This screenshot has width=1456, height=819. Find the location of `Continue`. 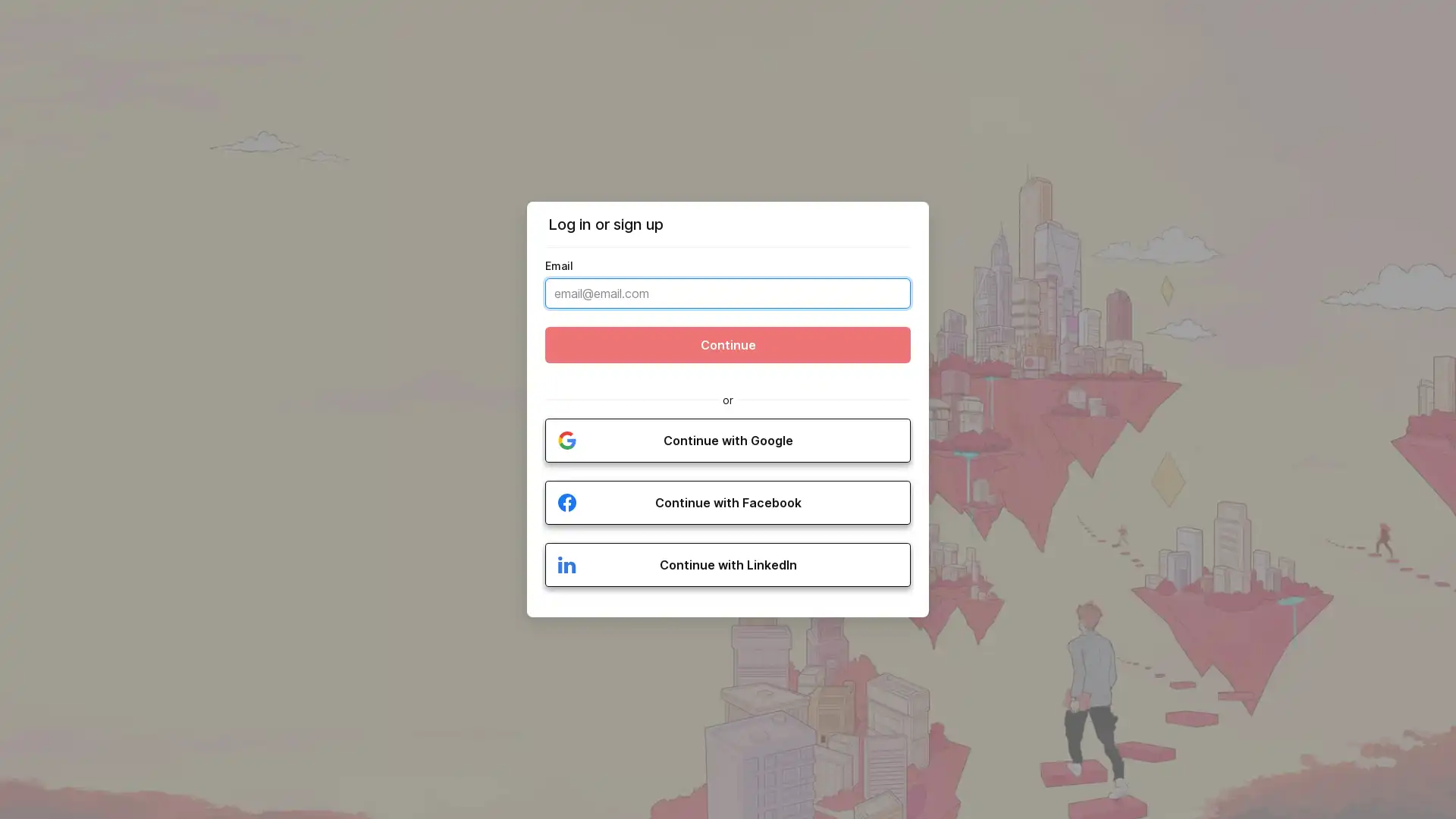

Continue is located at coordinates (728, 345).